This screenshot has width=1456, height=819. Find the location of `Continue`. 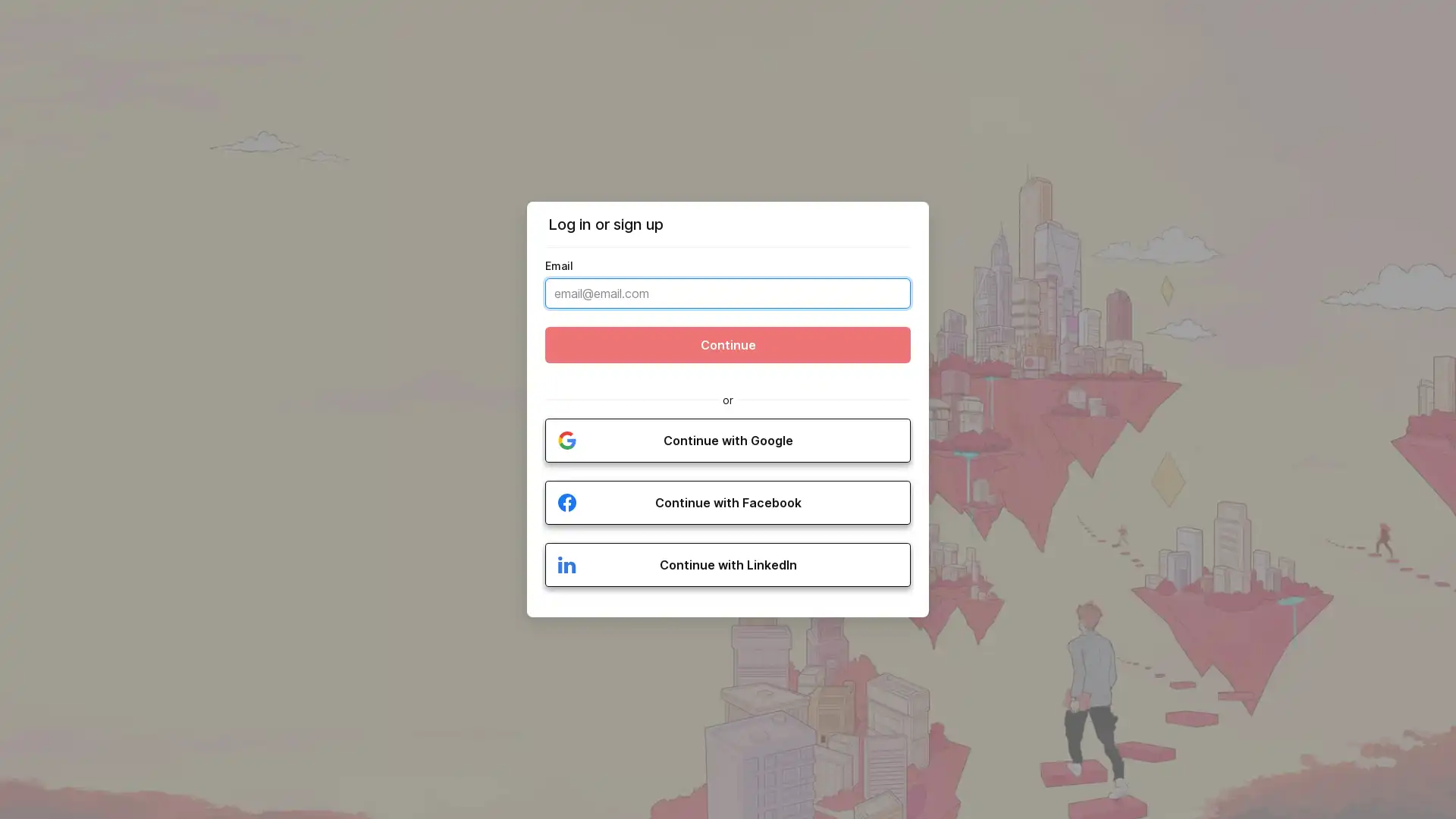

Continue is located at coordinates (728, 345).